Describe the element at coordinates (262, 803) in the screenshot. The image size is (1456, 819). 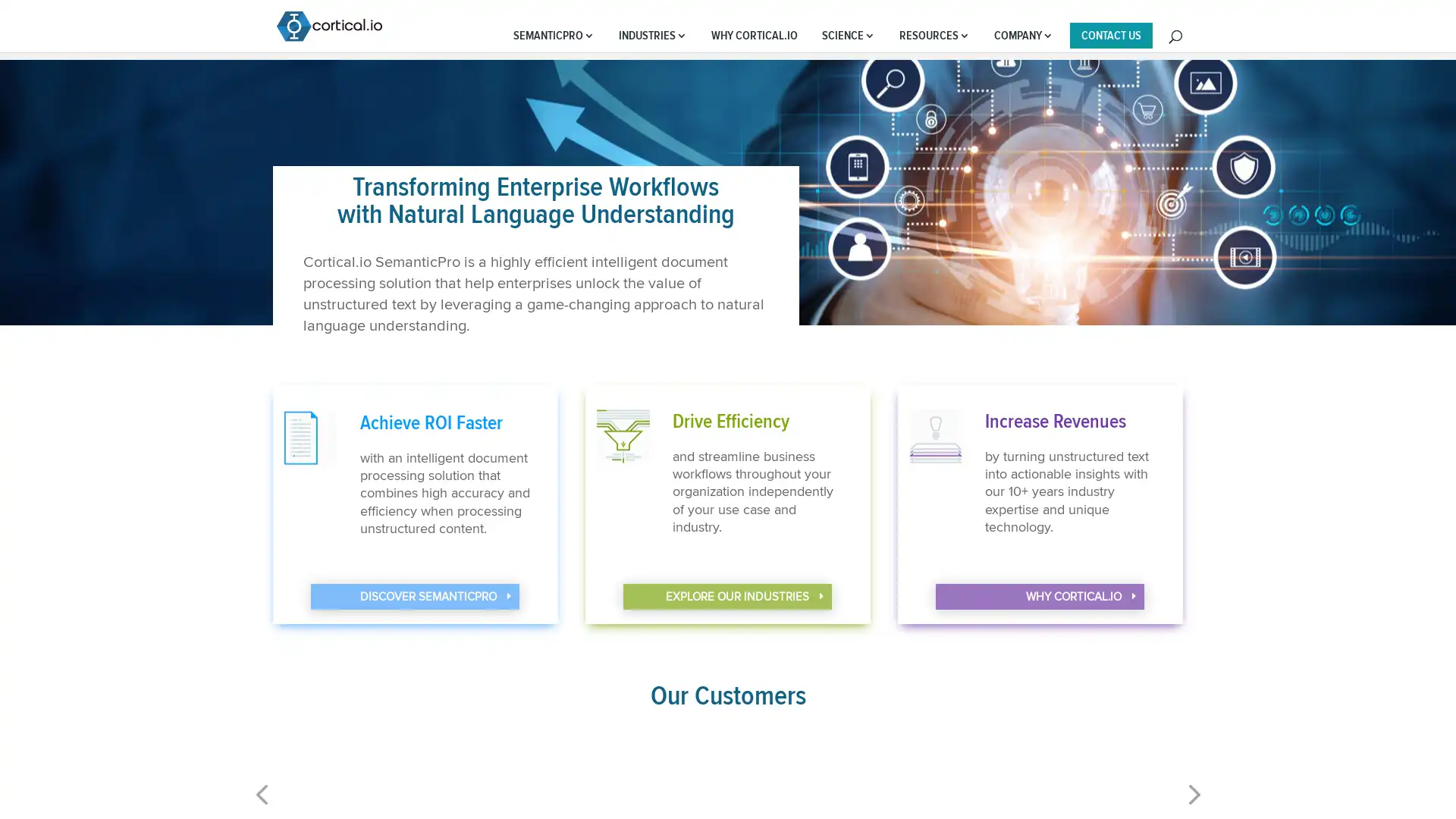
I see `Previous Item` at that location.